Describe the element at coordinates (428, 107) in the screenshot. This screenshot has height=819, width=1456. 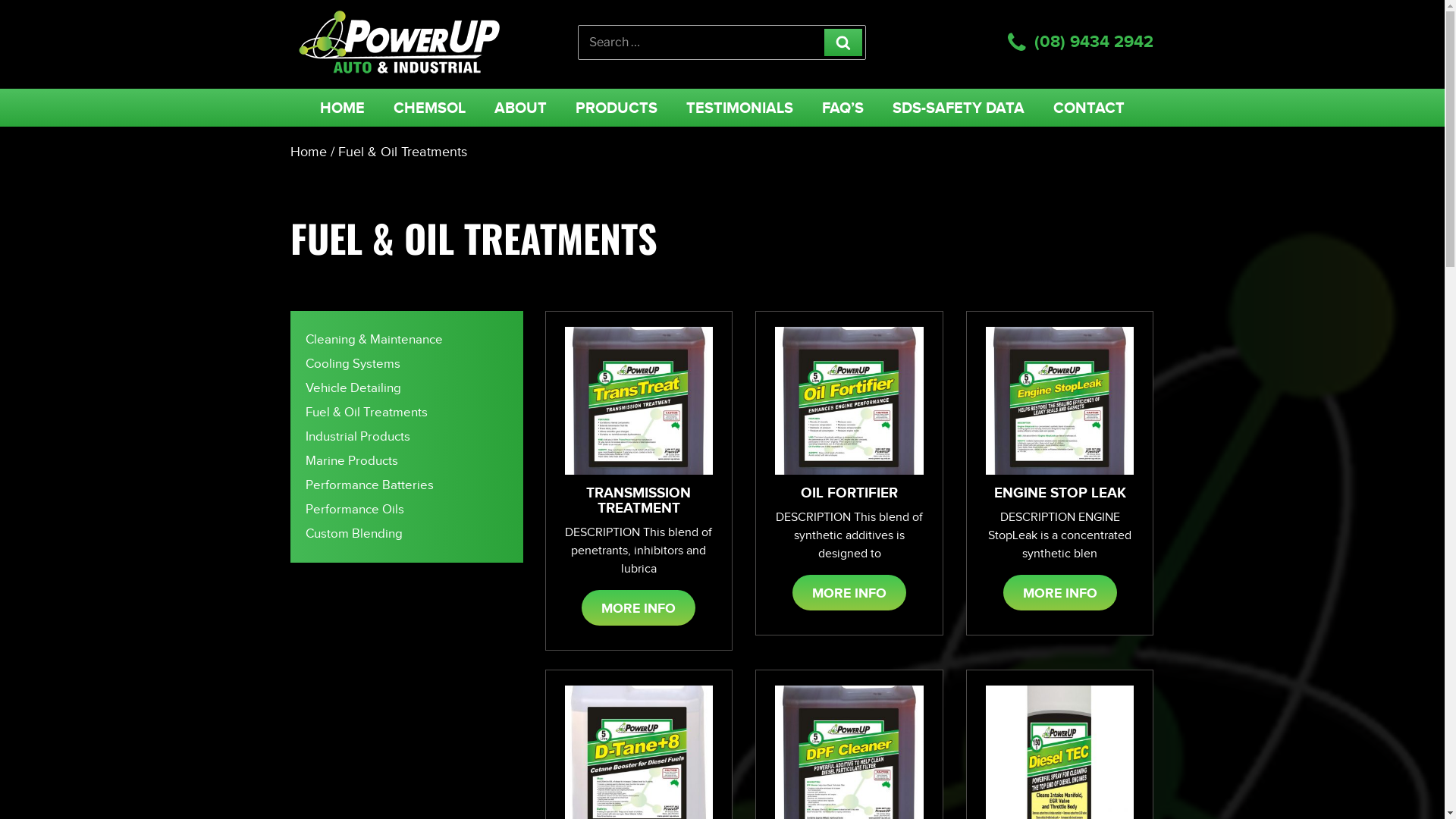
I see `'CHEMSOL'` at that location.